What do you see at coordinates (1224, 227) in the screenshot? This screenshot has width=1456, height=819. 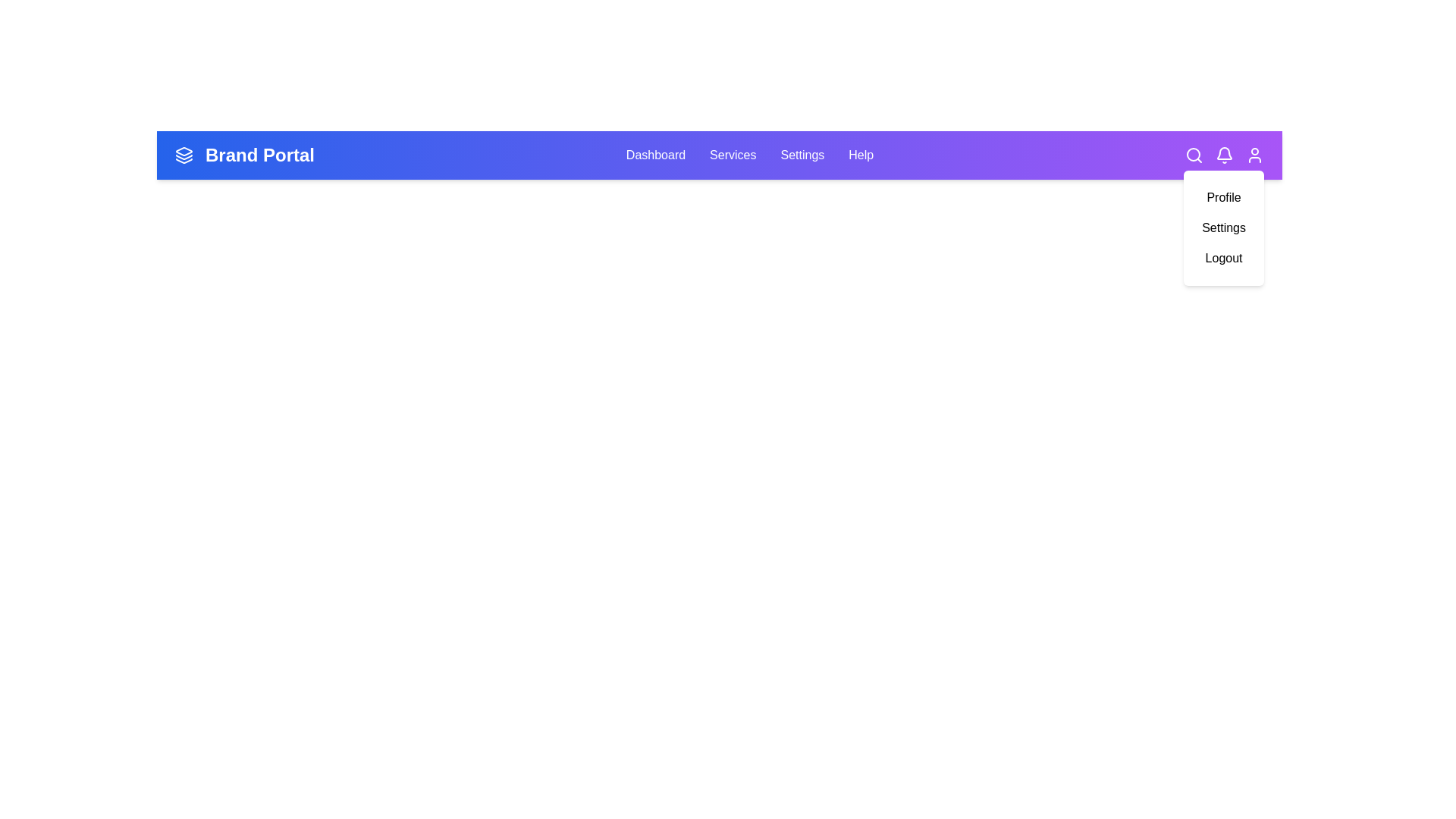 I see `the 'Settings' menu option located in the dropdown menu, which is the second item below 'Profile' and above 'Logout'` at bounding box center [1224, 227].